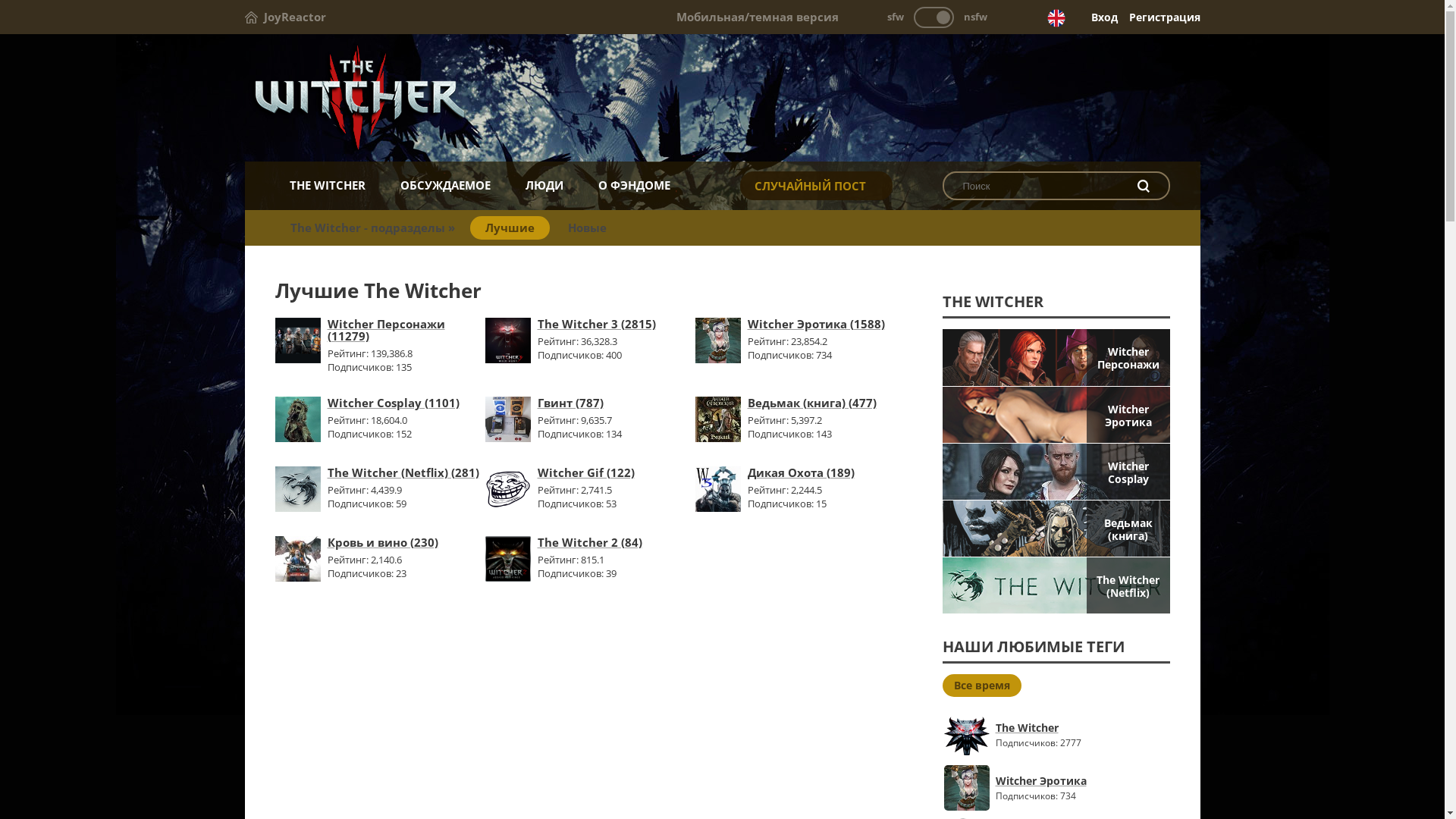 The height and width of the screenshot is (819, 1456). Describe the element at coordinates (284, 17) in the screenshot. I see `'JoyReactor'` at that location.